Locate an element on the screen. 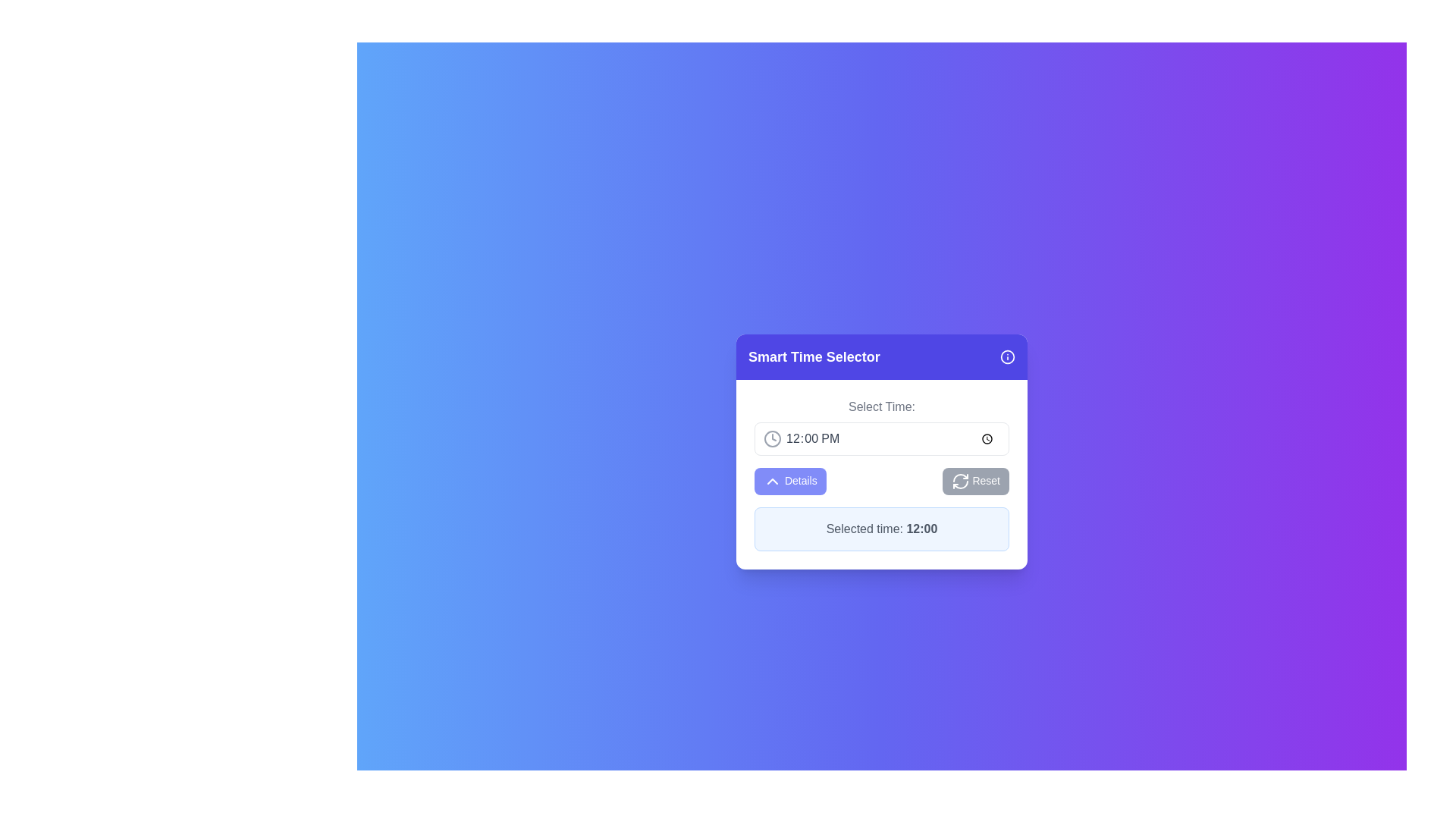 This screenshot has height=819, width=1456. the static text label displaying 'Smart Time Selector' in bold, located in the top-left section of the modal's header is located at coordinates (813, 356).